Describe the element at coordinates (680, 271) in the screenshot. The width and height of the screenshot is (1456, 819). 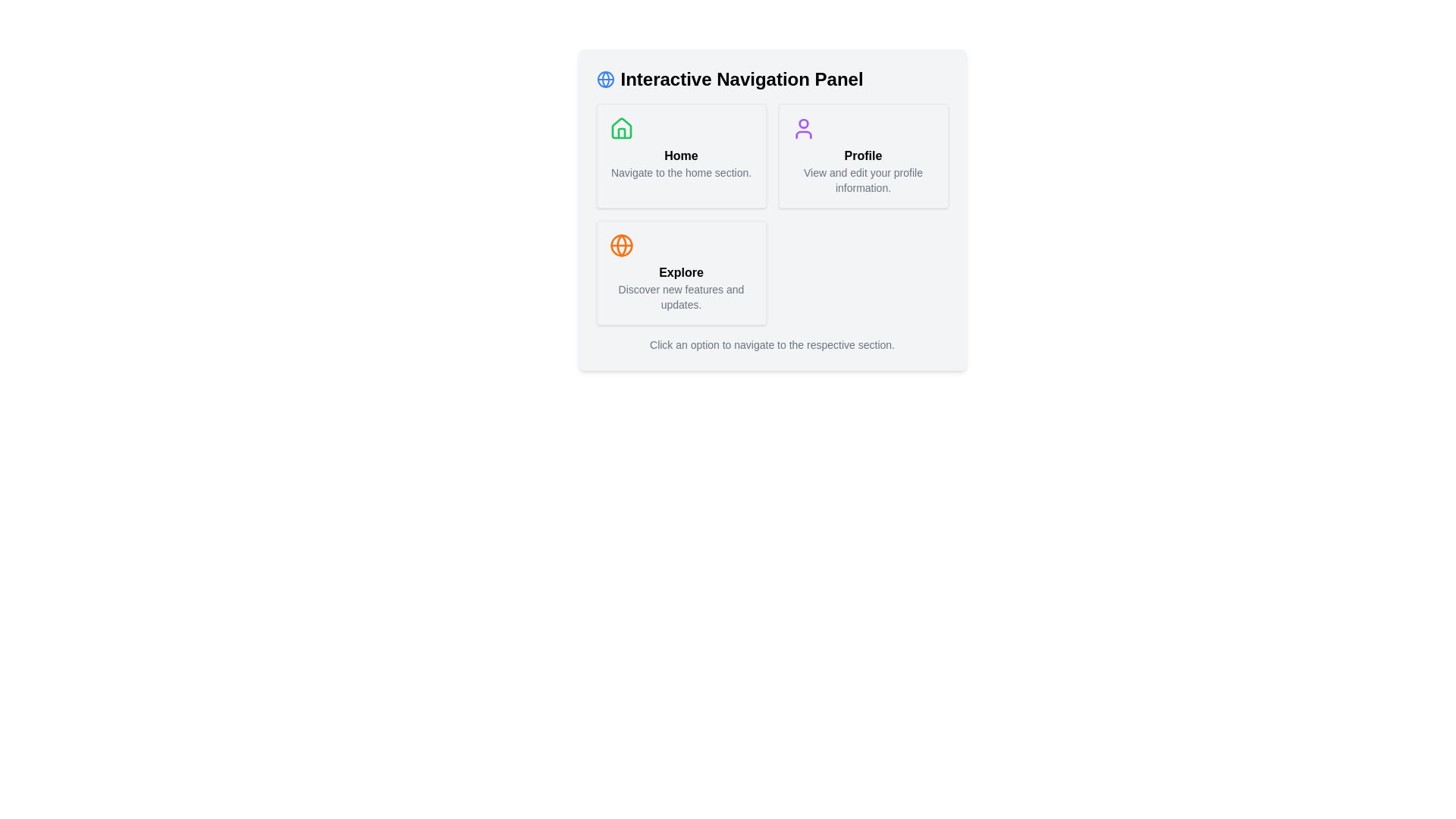
I see `the text element reading 'Explore'` at that location.